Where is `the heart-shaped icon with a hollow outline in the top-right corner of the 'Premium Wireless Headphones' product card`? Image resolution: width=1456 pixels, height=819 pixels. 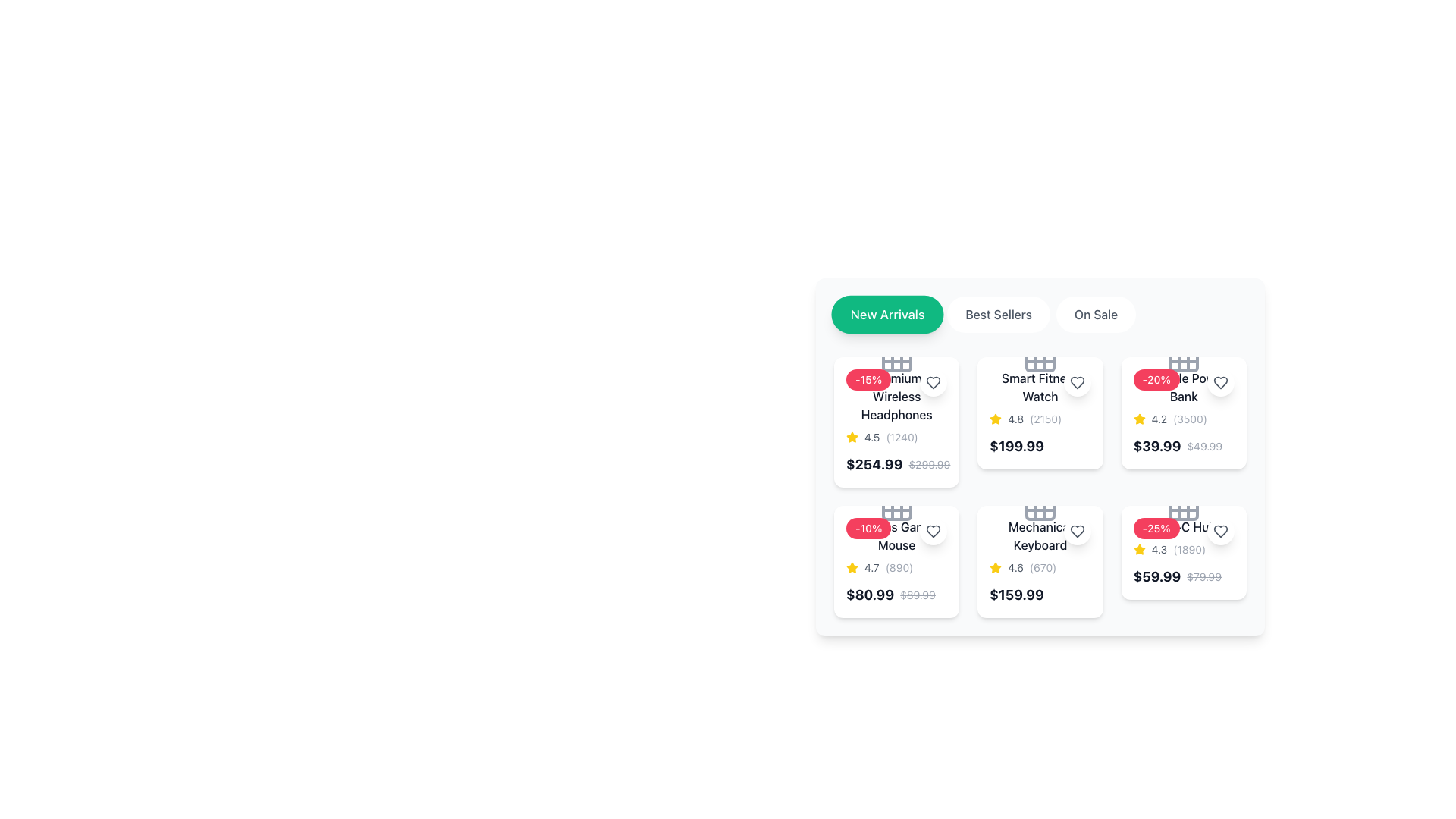
the heart-shaped icon with a hollow outline in the top-right corner of the 'Premium Wireless Headphones' product card is located at coordinates (933, 531).